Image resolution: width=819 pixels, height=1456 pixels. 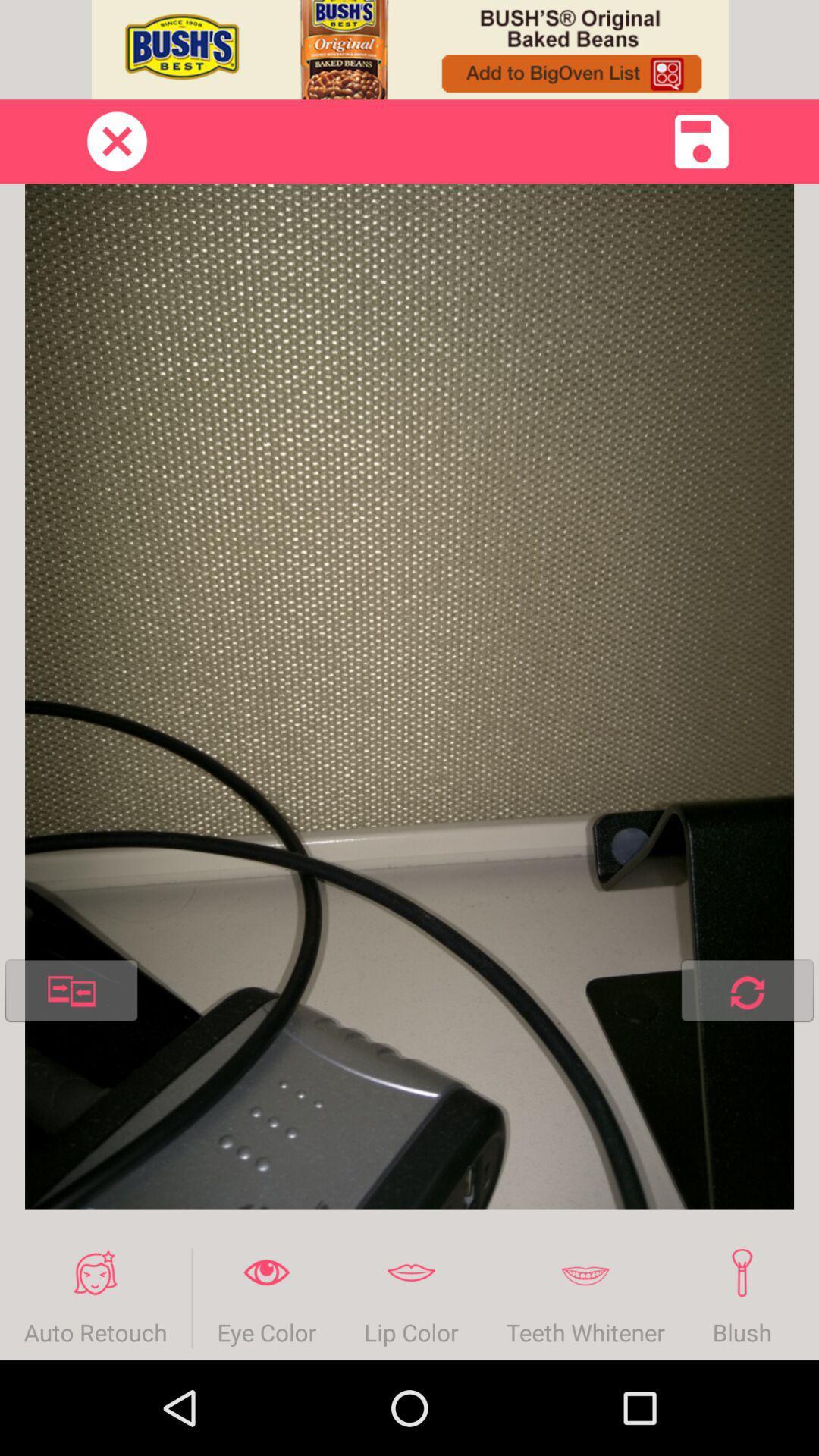 I want to click on the item to the right of lip color icon, so click(x=585, y=1298).